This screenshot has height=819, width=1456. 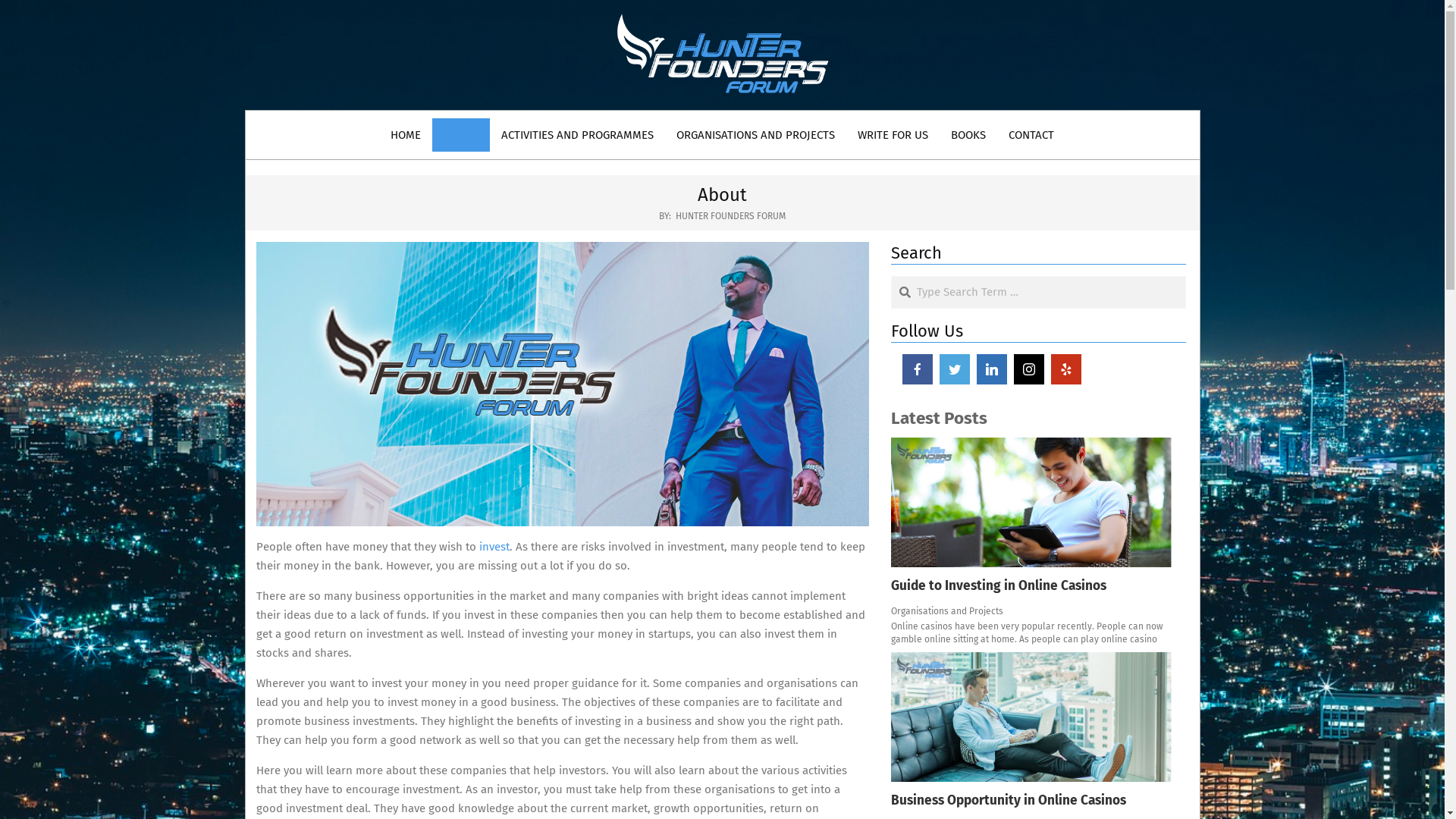 What do you see at coordinates (755, 133) in the screenshot?
I see `'ORGANISATIONS AND PROJECTS'` at bounding box center [755, 133].